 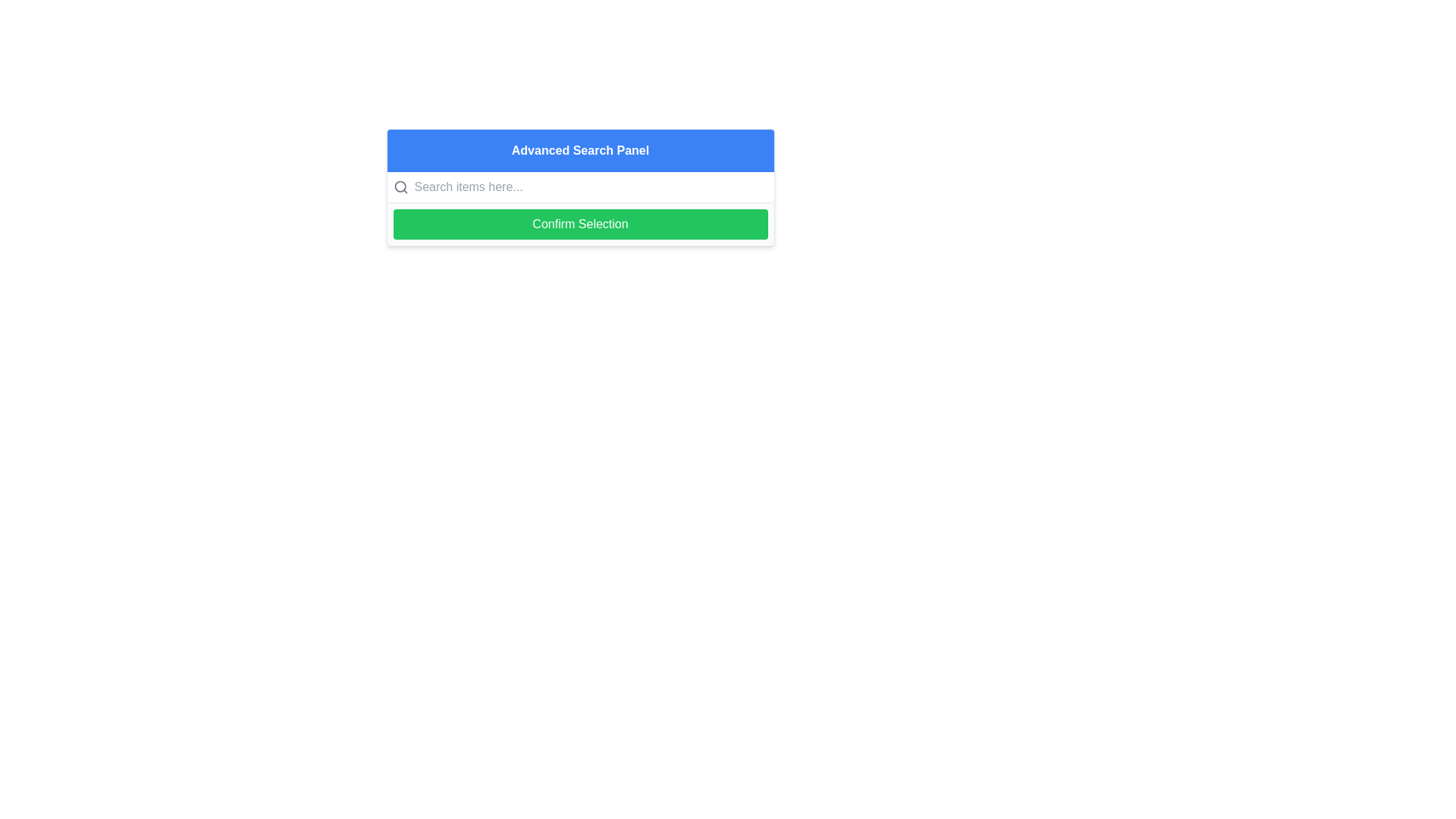 What do you see at coordinates (400, 186) in the screenshot?
I see `the gray magnifying glass icon, which signifies search functionality, located to the leftmost side of the search bar section` at bounding box center [400, 186].